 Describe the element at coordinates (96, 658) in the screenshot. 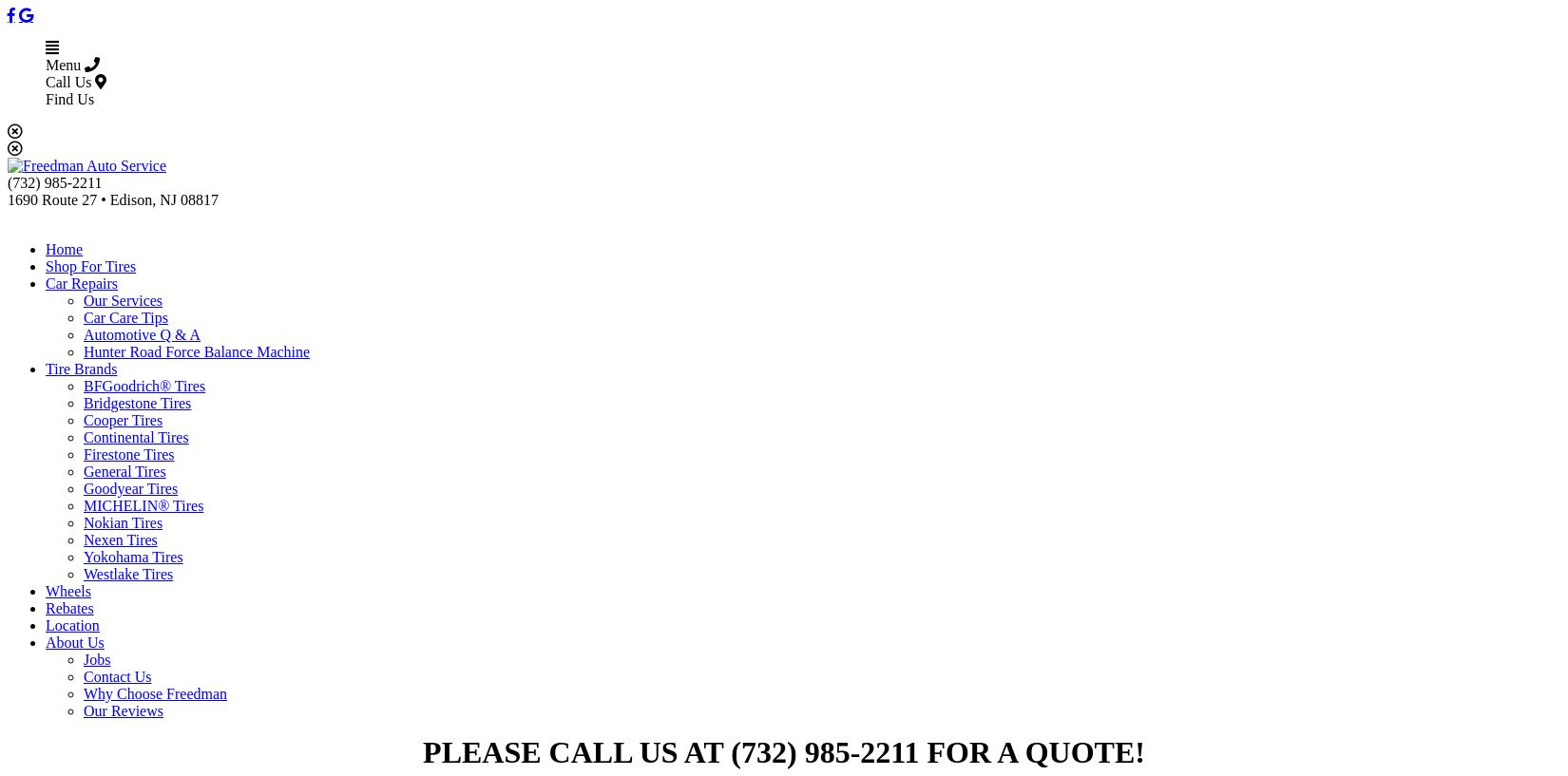

I see `'Jobs'` at that location.